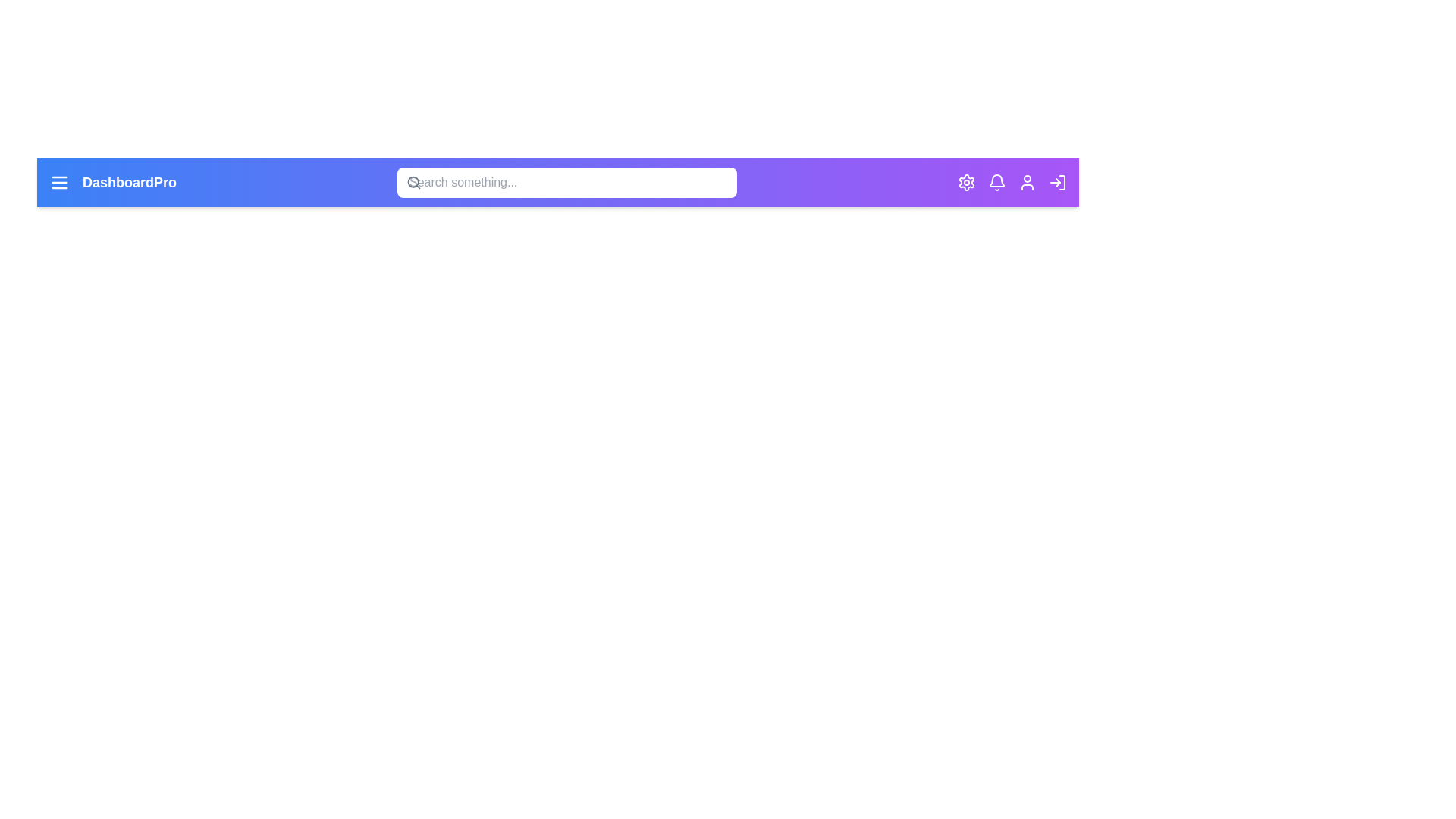 The width and height of the screenshot is (1456, 819). What do you see at coordinates (566, 181) in the screenshot?
I see `the search bar and type the text 'example query'` at bounding box center [566, 181].